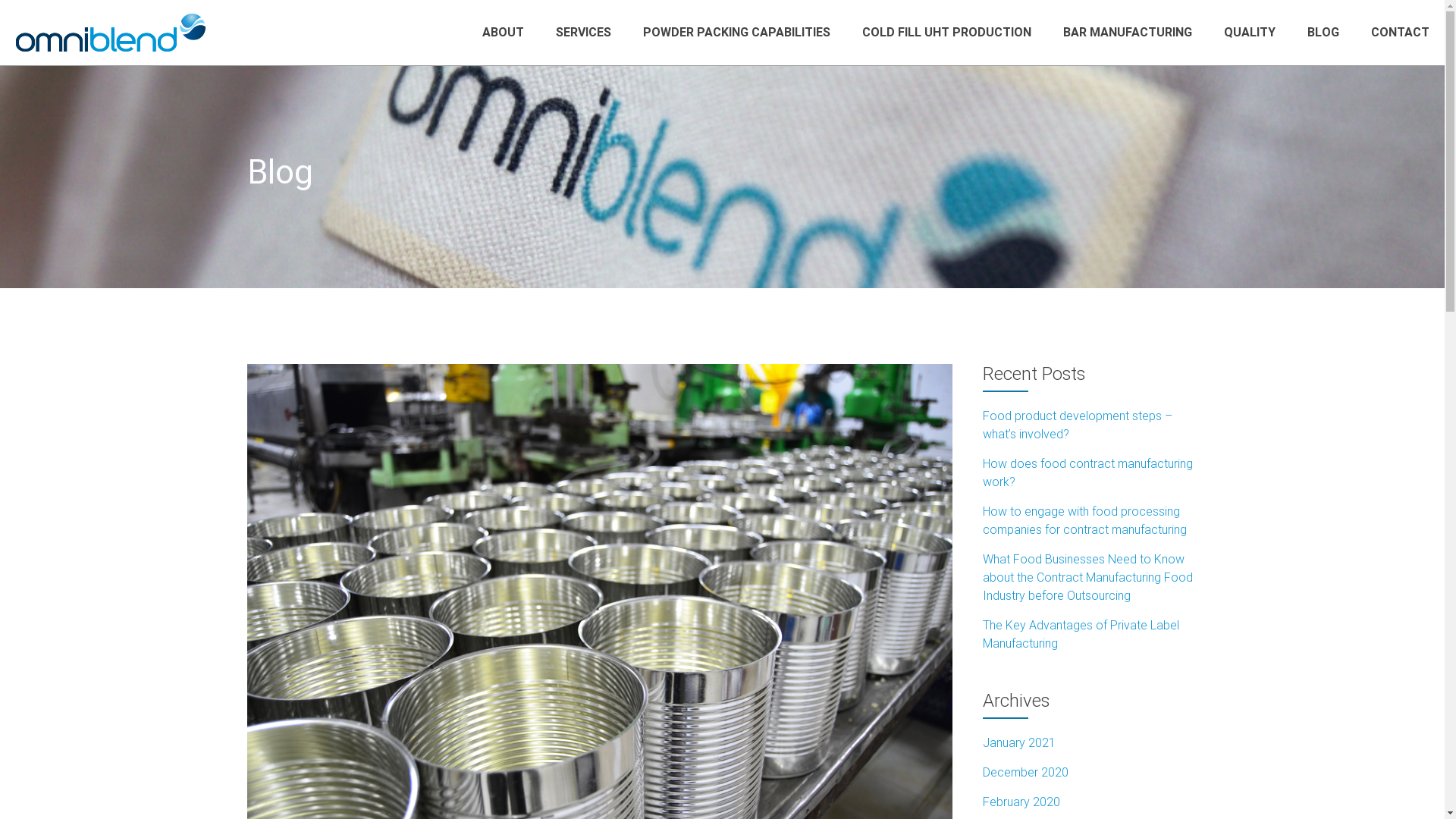 The width and height of the screenshot is (1456, 819). What do you see at coordinates (1019, 742) in the screenshot?
I see `'January 2021'` at bounding box center [1019, 742].